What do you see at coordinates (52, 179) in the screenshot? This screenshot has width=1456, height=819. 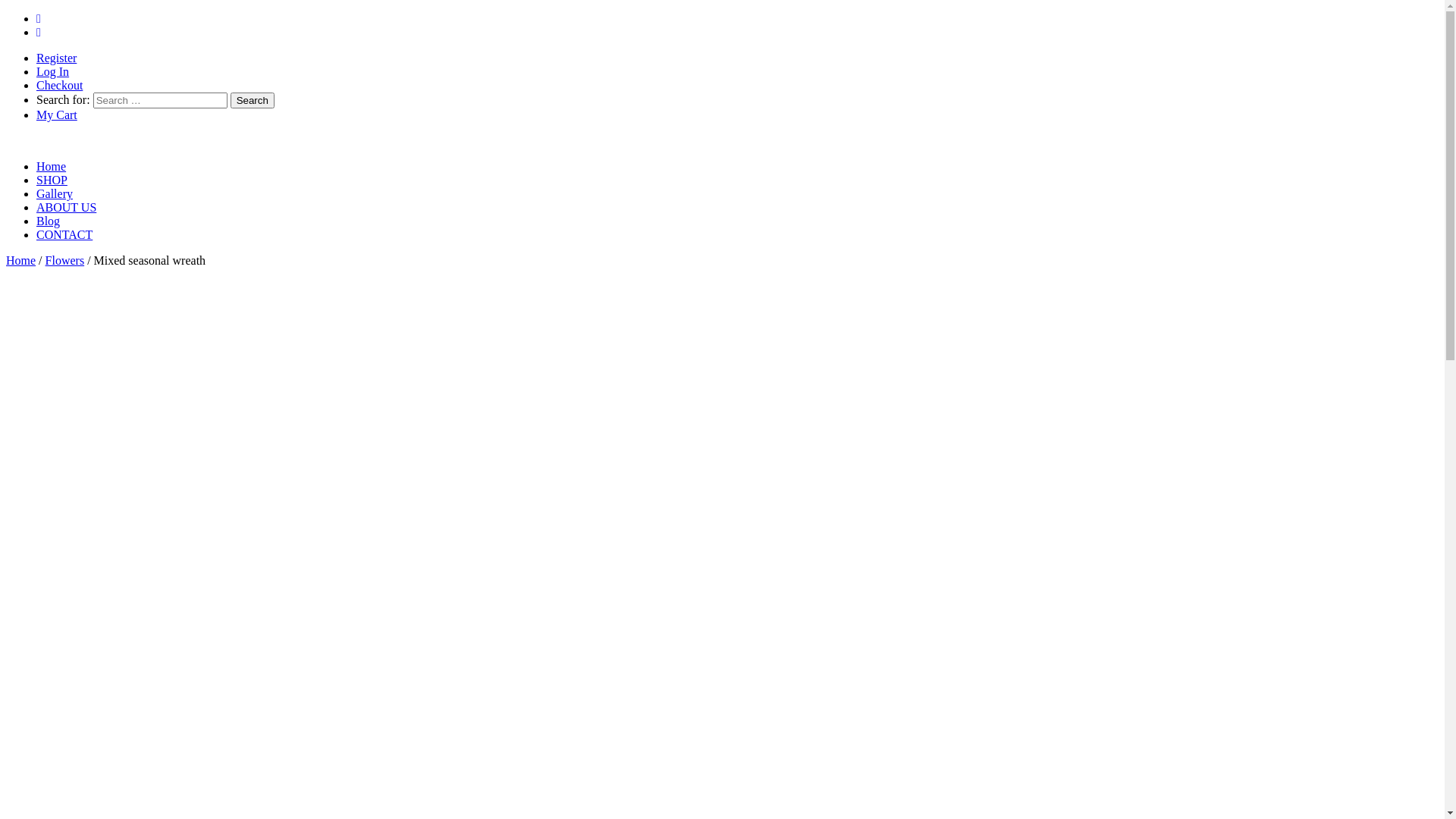 I see `'SHOP'` at bounding box center [52, 179].